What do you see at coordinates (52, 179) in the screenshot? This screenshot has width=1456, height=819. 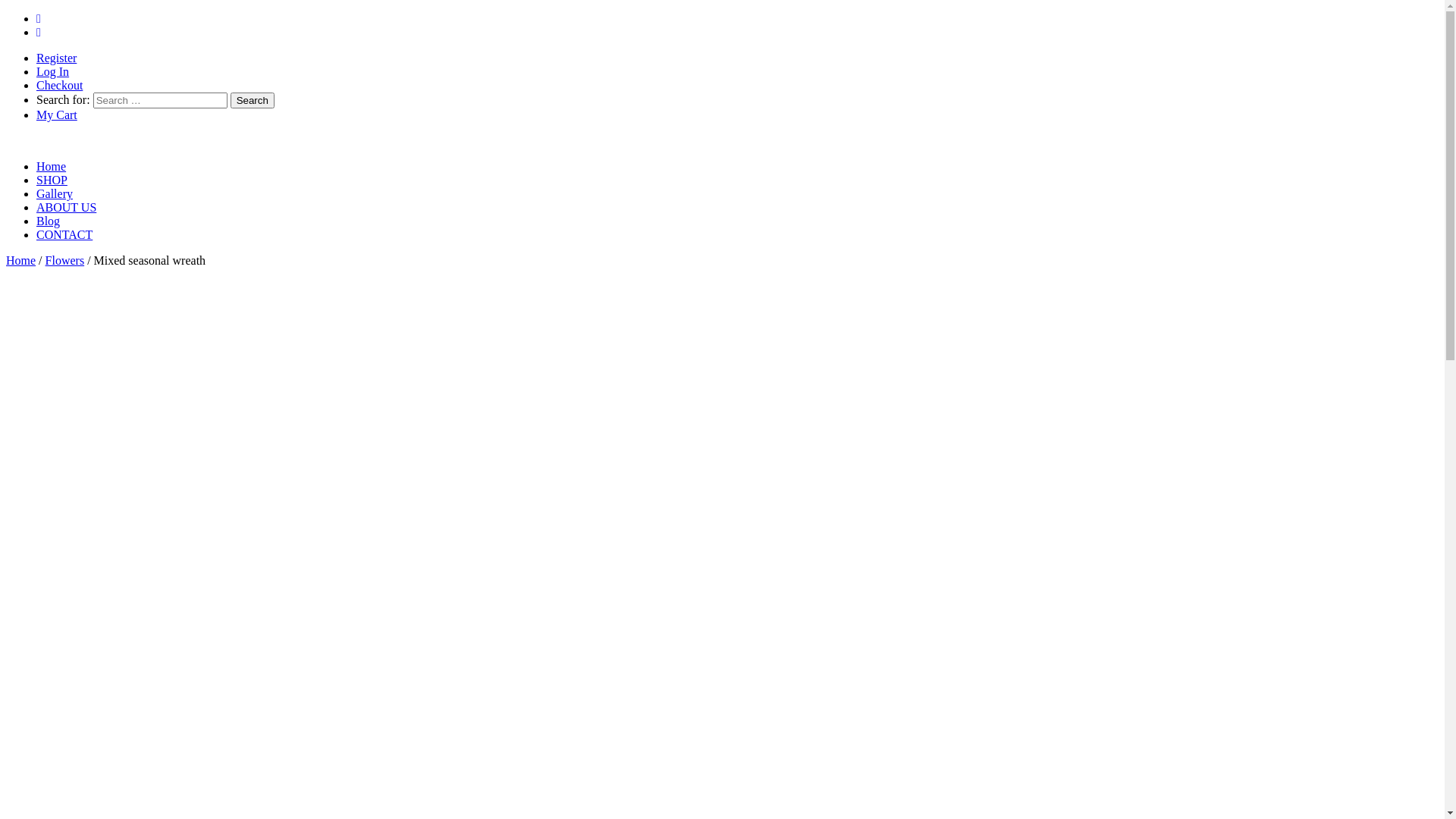 I see `'SHOP'` at bounding box center [52, 179].